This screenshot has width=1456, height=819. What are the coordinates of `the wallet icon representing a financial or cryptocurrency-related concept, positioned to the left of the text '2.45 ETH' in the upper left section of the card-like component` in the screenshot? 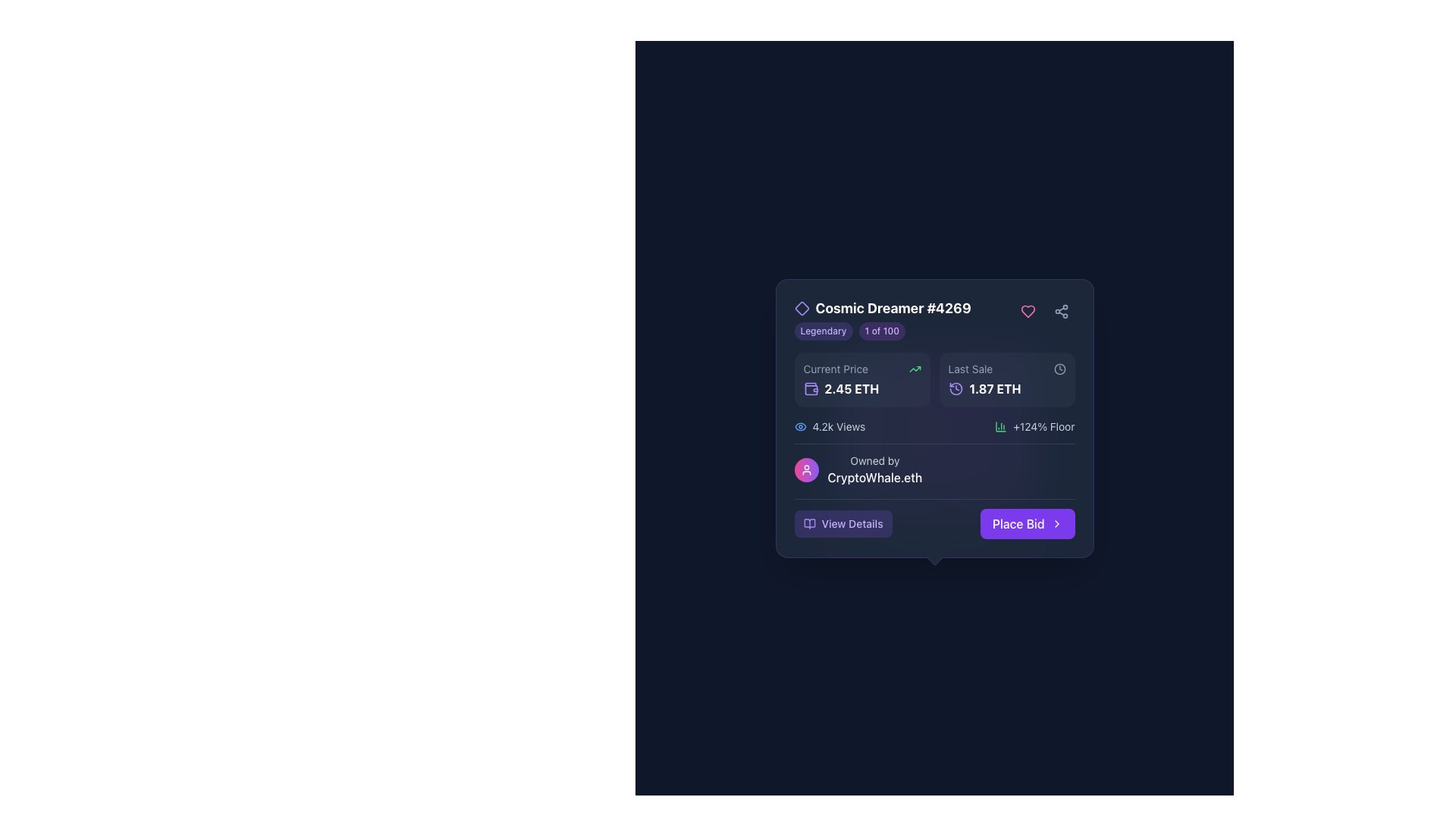 It's located at (810, 388).